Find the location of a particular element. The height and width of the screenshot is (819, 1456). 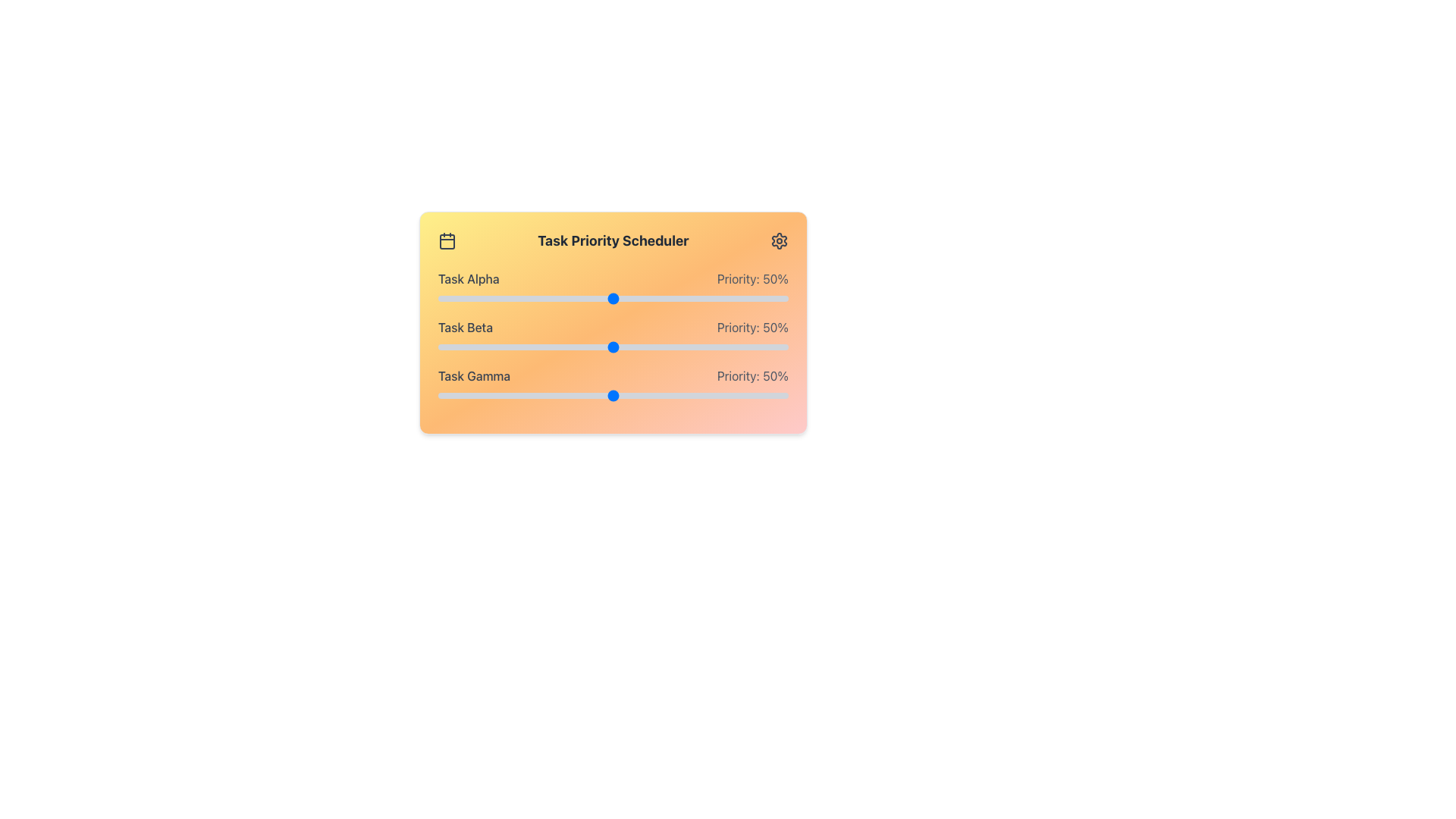

the priority of Task Beta is located at coordinates (757, 347).